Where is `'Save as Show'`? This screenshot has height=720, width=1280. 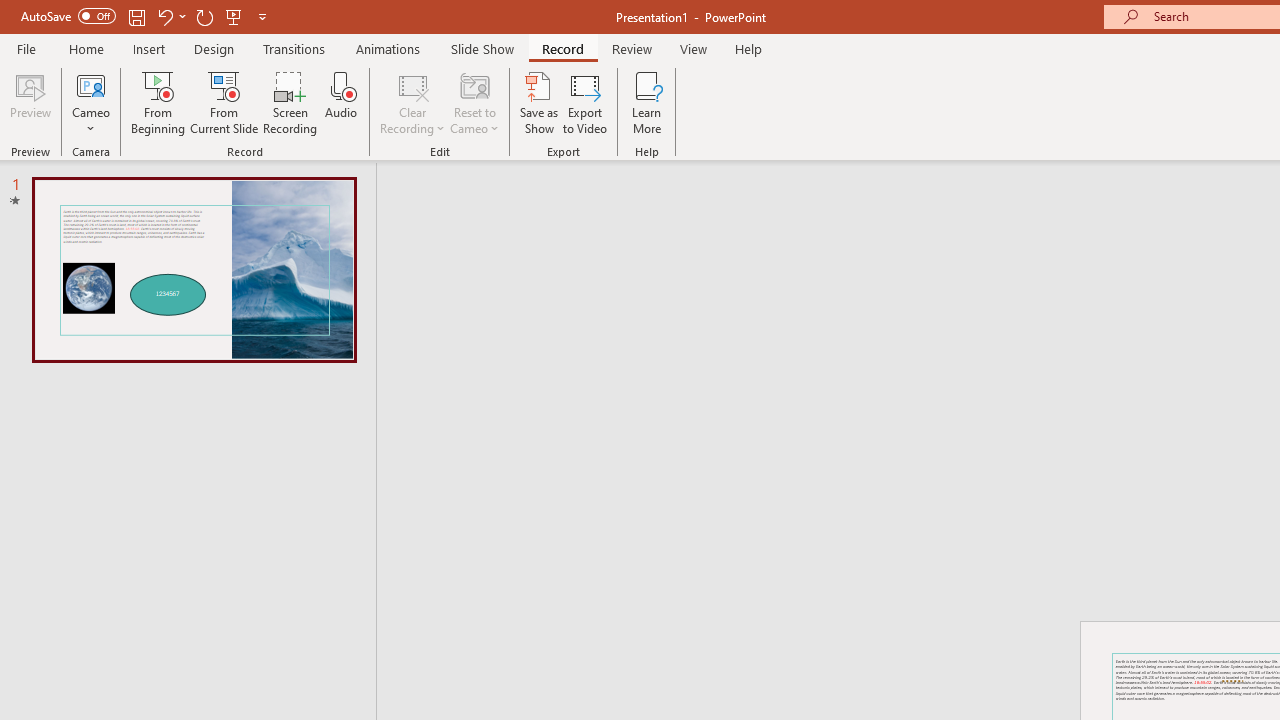 'Save as Show' is located at coordinates (539, 103).